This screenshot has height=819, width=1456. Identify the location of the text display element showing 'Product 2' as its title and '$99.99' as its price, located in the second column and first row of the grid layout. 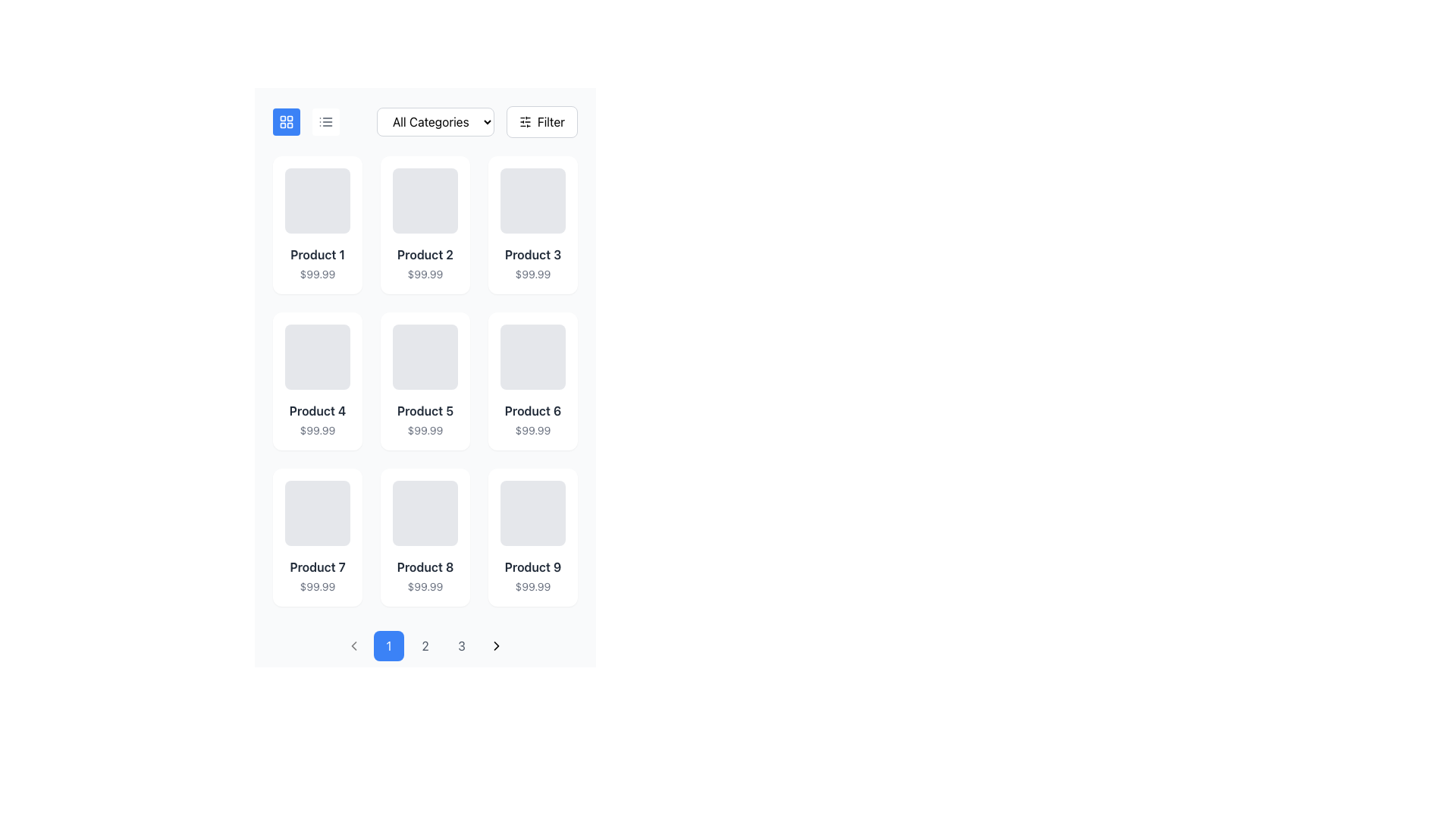
(425, 262).